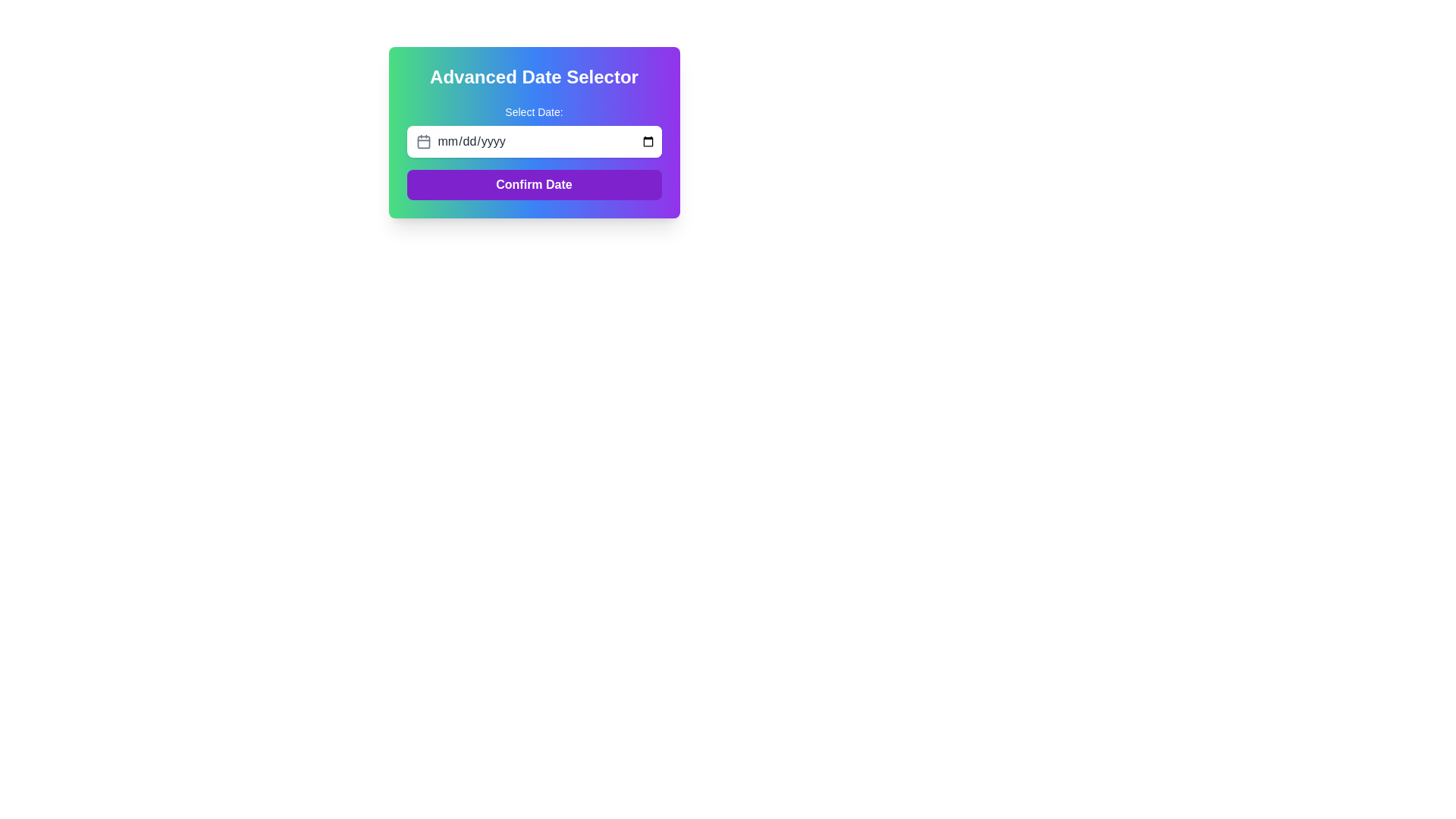 This screenshot has height=819, width=1456. I want to click on the label with the text 'Select Date:', which is styled with a small, bold font and aligned left, located at the top of a rectangular card component, so click(534, 111).